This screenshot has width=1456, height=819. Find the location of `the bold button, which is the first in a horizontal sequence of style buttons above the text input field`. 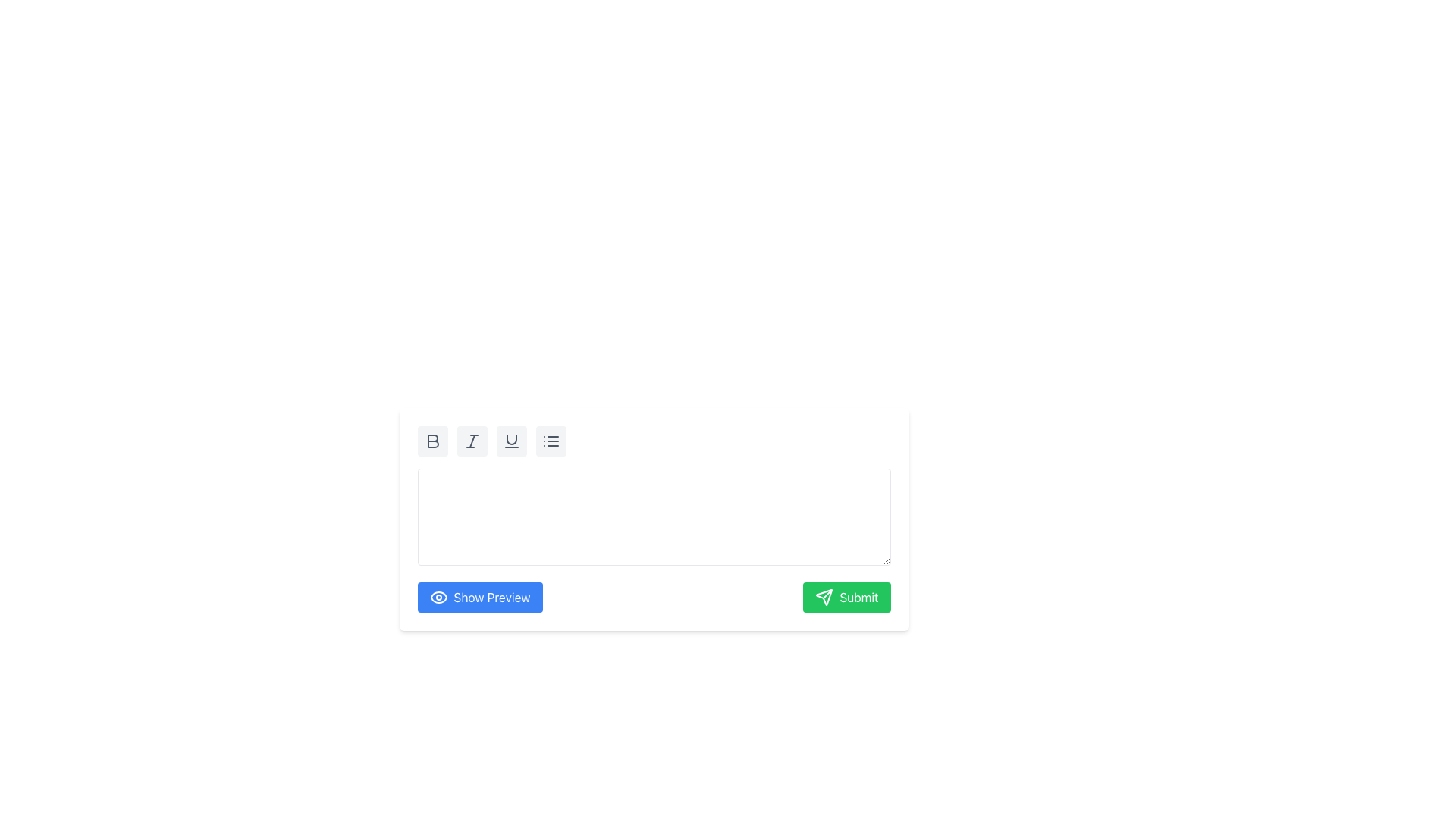

the bold button, which is the first in a horizontal sequence of style buttons above the text input field is located at coordinates (431, 441).